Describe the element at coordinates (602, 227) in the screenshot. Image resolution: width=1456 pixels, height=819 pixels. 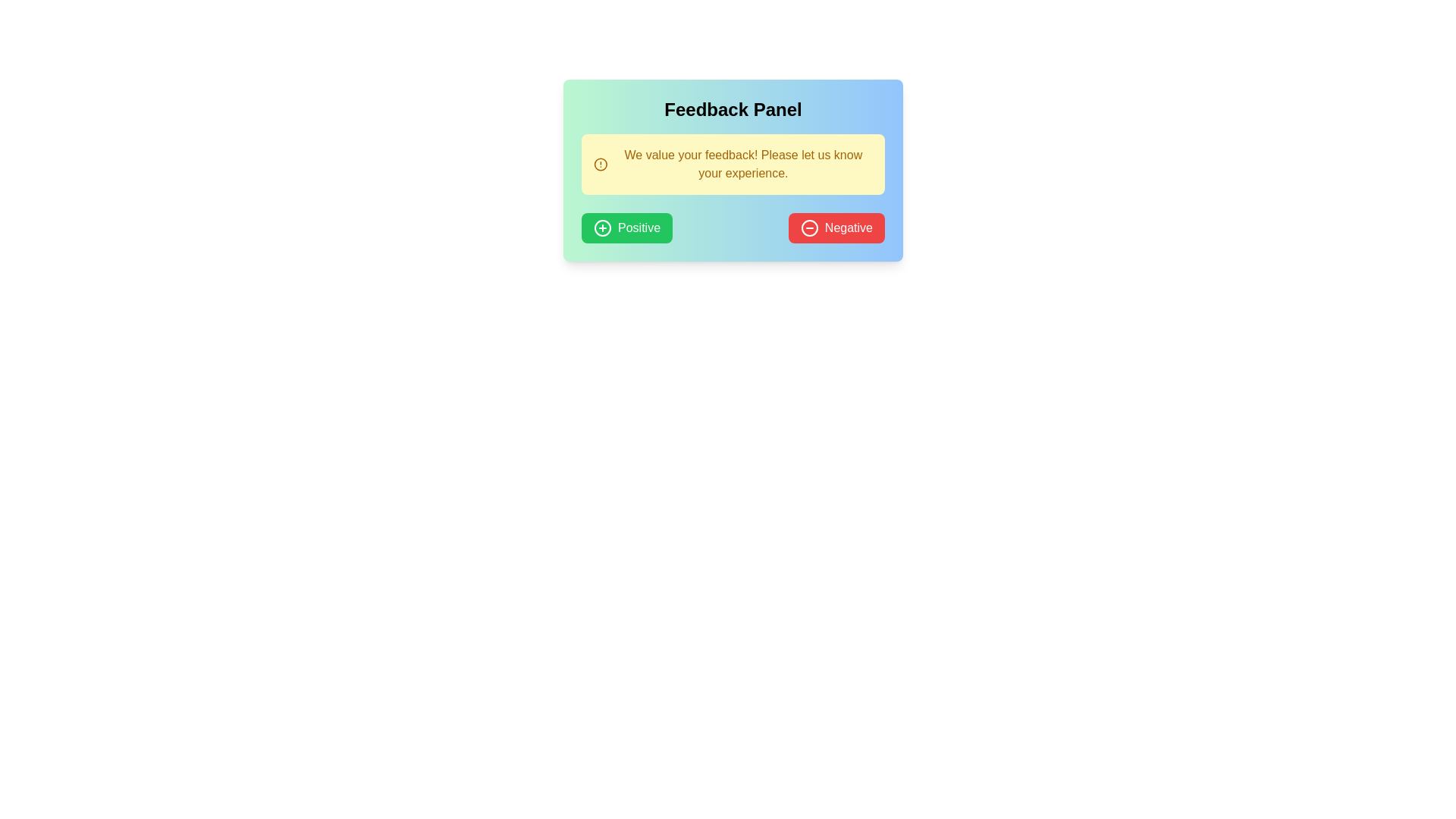
I see `the hollow circular shape with a visible stroke that is part of the graphical icon located to the left of the 'Positive' button` at that location.